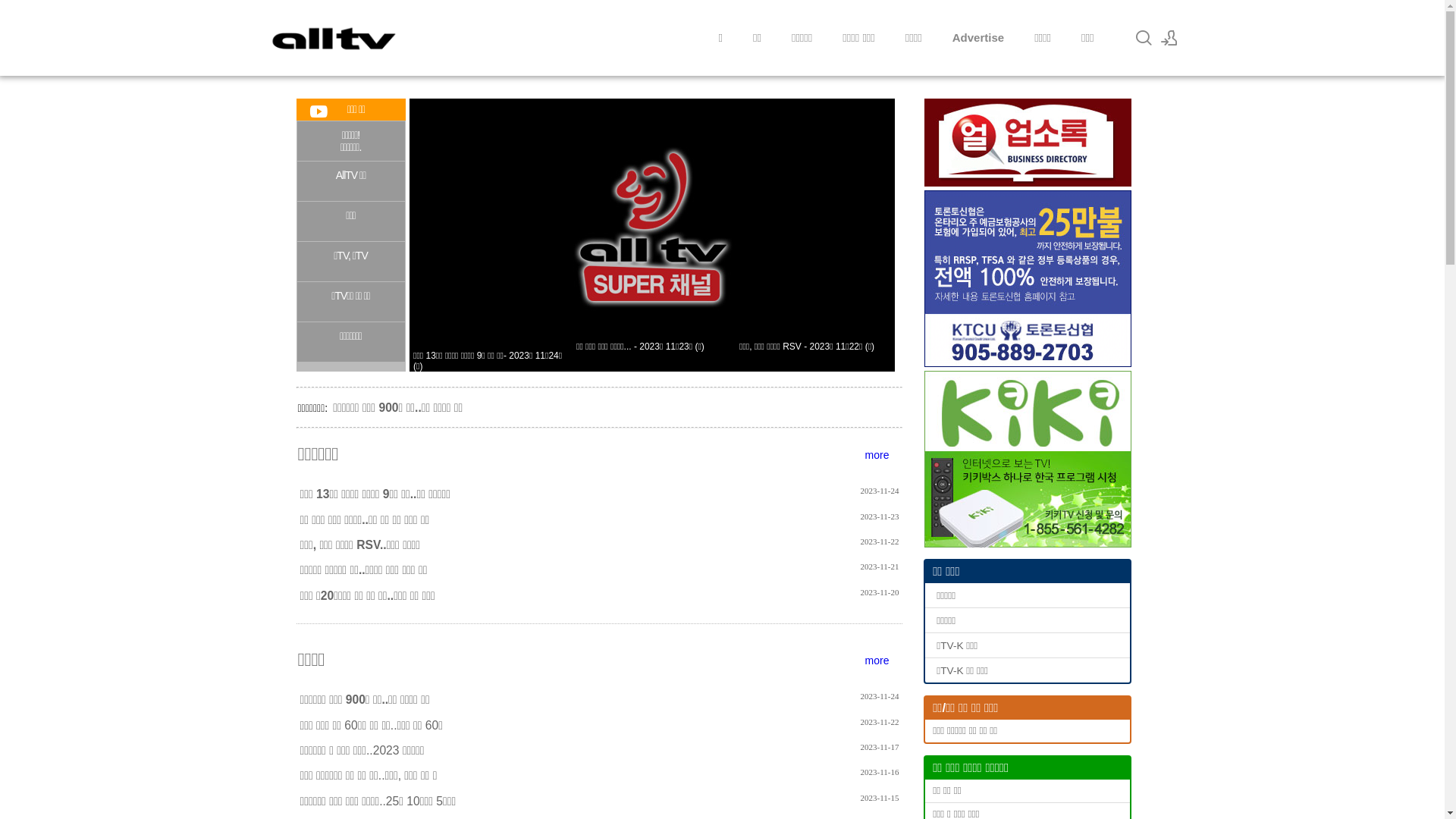 The width and height of the screenshot is (1456, 819). I want to click on 'Advertise', so click(978, 37).